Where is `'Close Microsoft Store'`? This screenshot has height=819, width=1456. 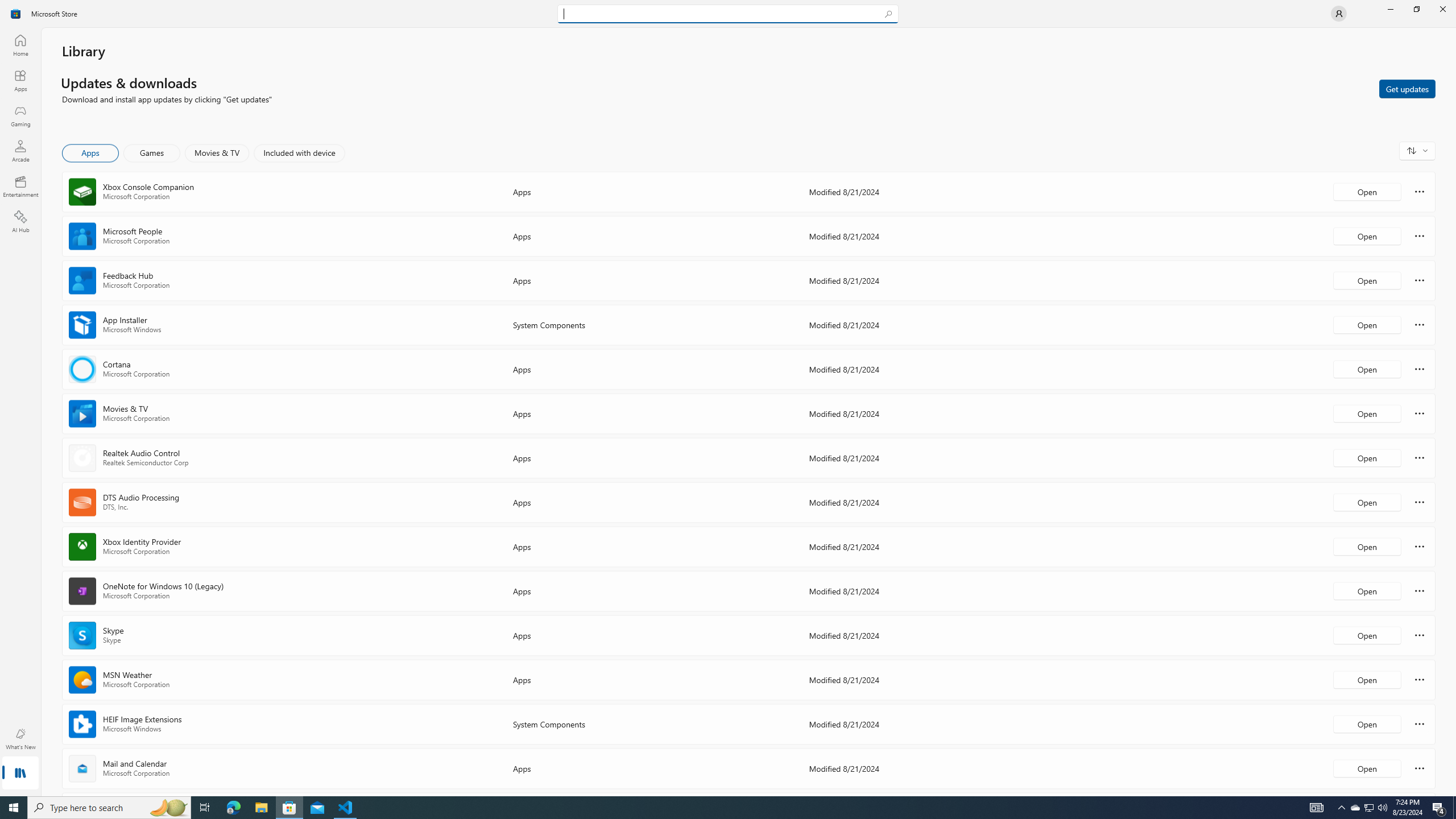
'Close Microsoft Store' is located at coordinates (1442, 9).